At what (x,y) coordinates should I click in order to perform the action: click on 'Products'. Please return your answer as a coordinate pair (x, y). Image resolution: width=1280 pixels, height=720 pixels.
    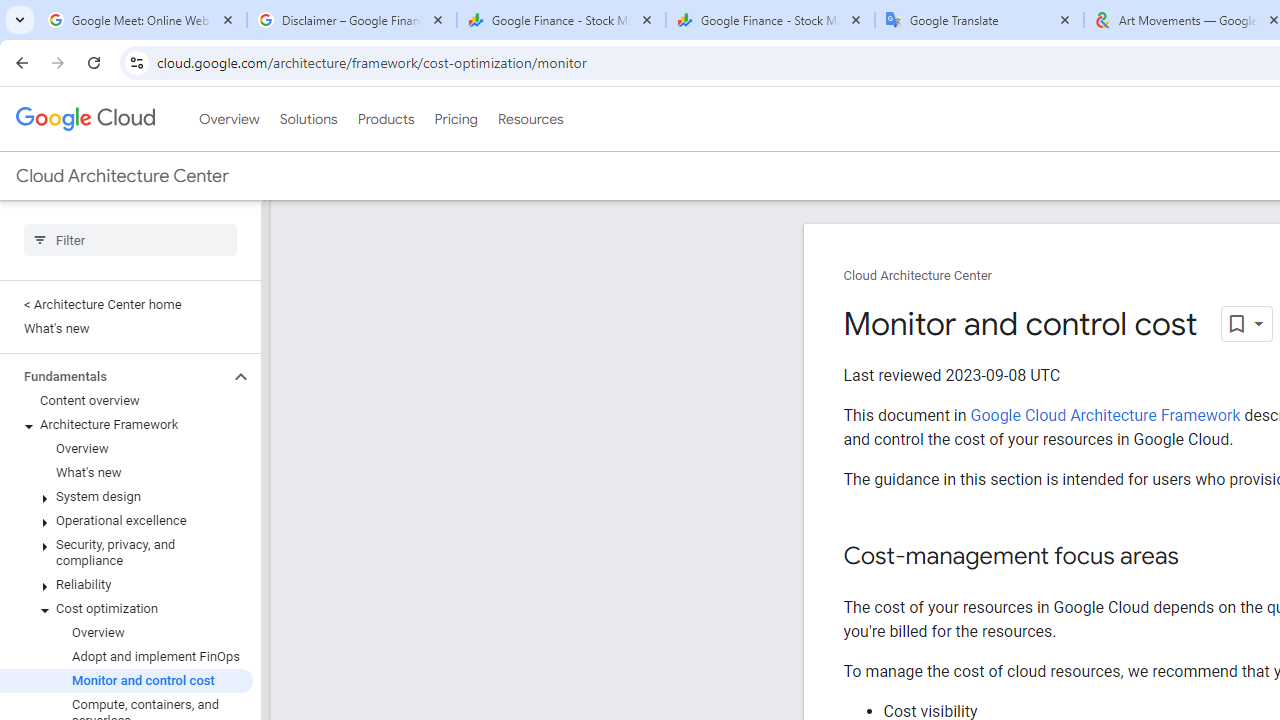
    Looking at the image, I should click on (385, 119).